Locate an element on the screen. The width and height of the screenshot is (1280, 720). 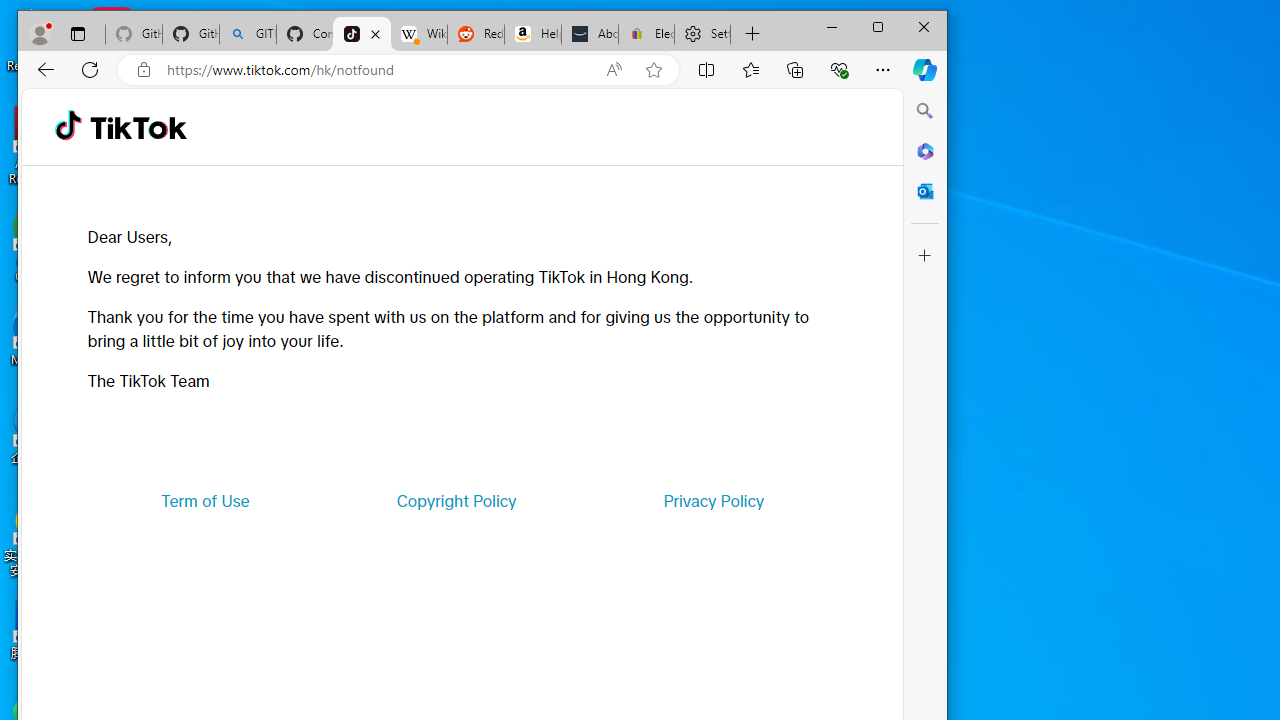
'Maximize' is located at coordinates (878, 27).